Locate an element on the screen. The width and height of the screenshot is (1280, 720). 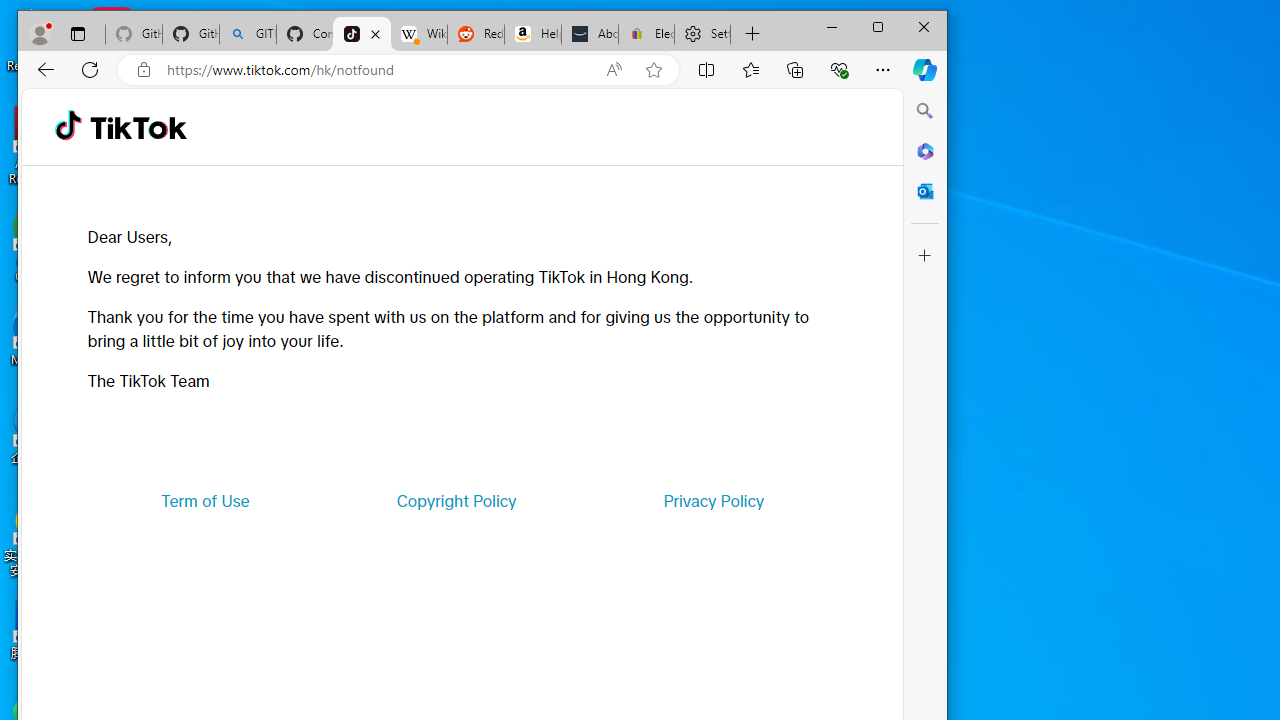
'Maximize' is located at coordinates (878, 27).